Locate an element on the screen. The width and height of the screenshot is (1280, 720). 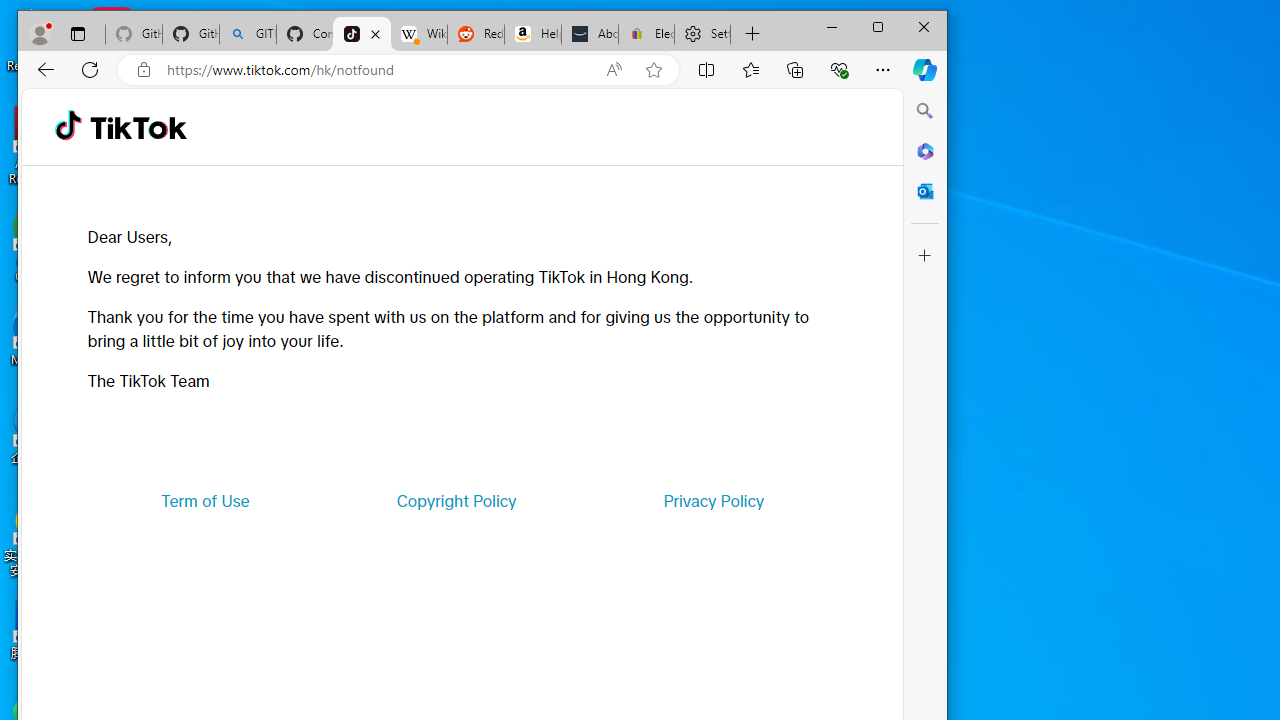
'Maximize' is located at coordinates (878, 27).